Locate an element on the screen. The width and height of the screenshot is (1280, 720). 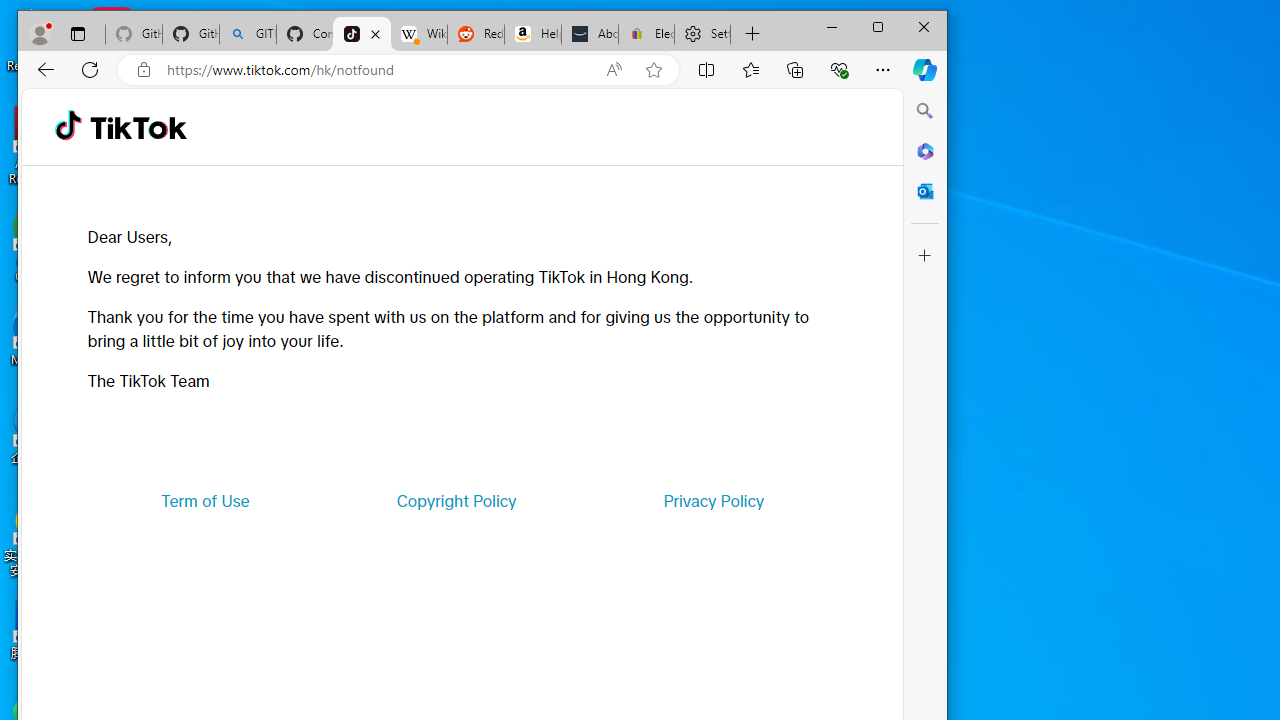
'Maximize' is located at coordinates (878, 27).